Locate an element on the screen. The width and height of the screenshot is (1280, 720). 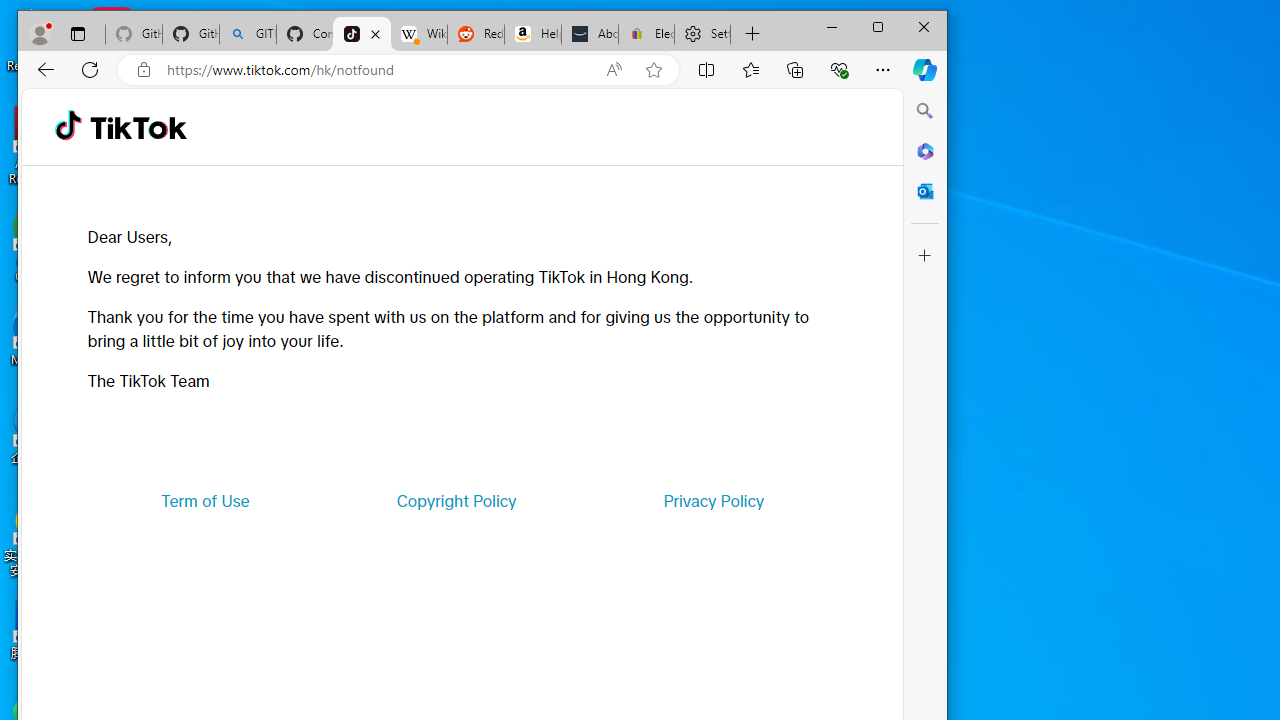
'Maximize' is located at coordinates (878, 27).